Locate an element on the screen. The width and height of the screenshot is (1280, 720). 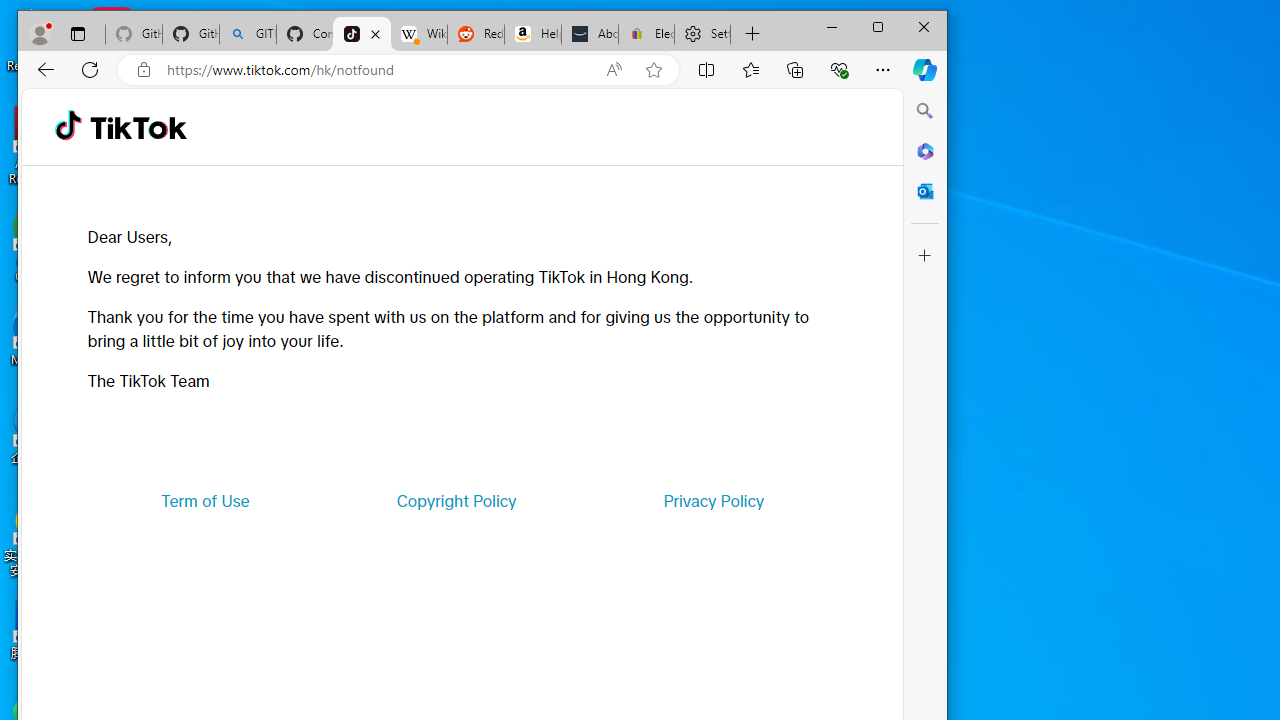
'Maximize' is located at coordinates (878, 27).